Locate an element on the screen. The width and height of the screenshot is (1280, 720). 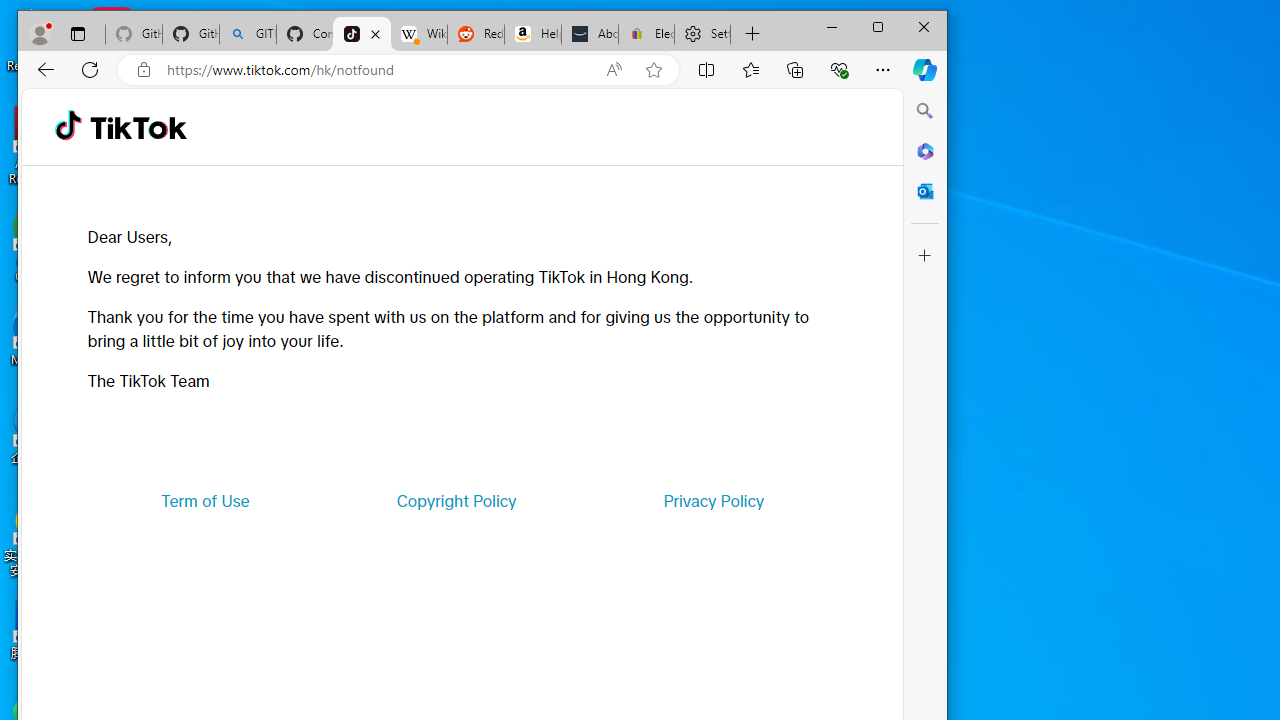
'Maximize' is located at coordinates (878, 27).